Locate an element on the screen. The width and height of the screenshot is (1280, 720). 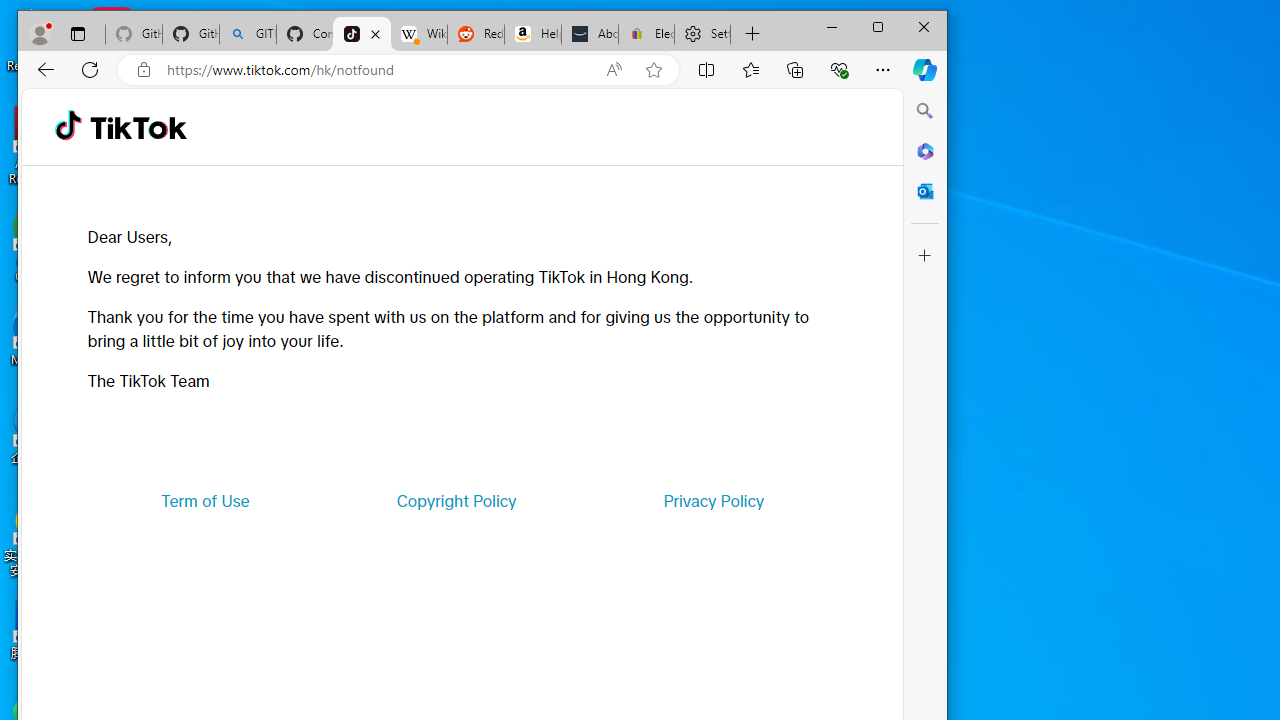
'Maximize' is located at coordinates (878, 27).